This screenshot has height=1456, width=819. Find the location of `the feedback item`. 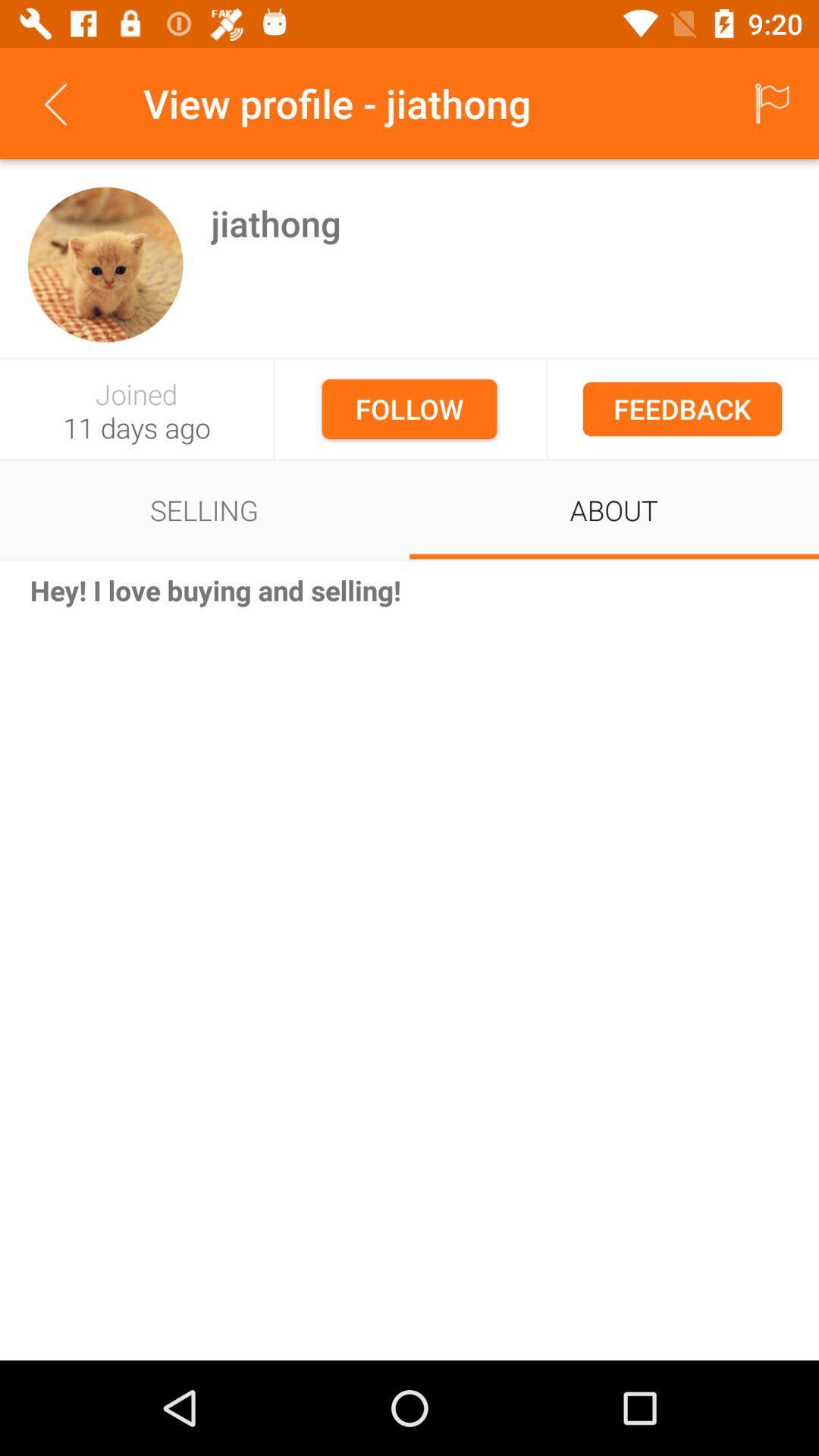

the feedback item is located at coordinates (681, 409).